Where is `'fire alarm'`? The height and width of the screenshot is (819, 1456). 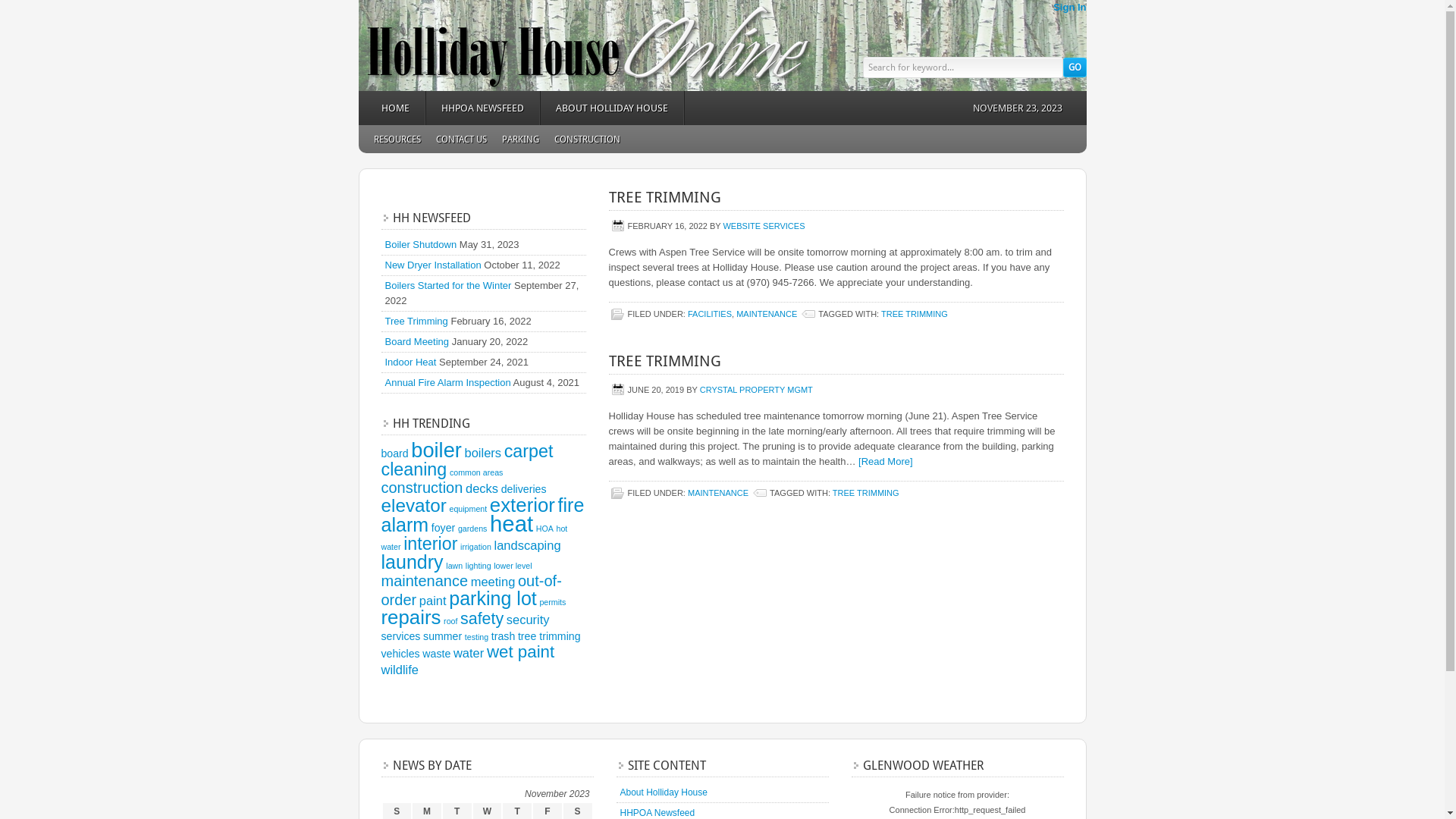
'fire alarm' is located at coordinates (381, 513).